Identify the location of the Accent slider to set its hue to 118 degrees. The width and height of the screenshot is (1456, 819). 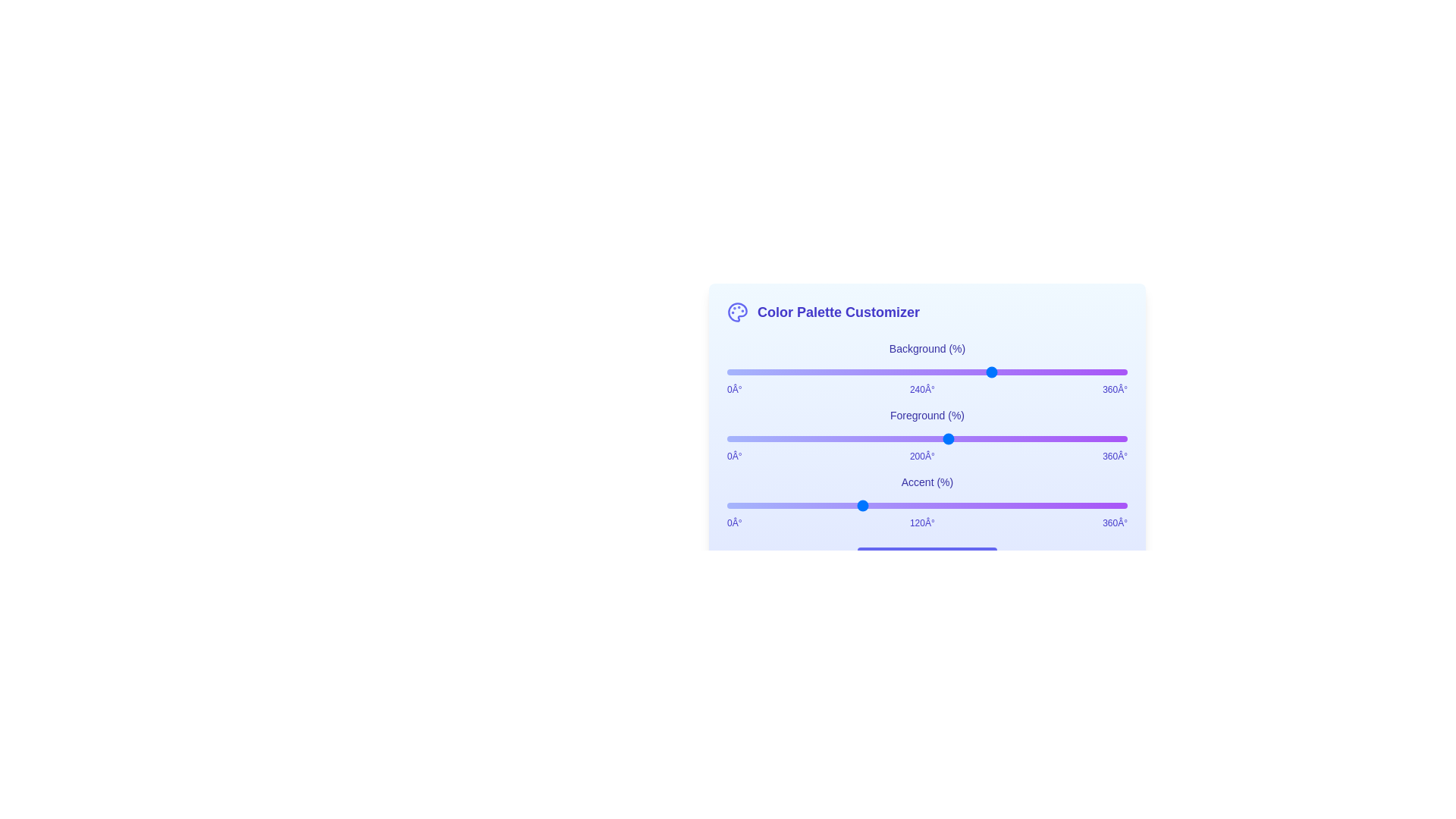
(858, 506).